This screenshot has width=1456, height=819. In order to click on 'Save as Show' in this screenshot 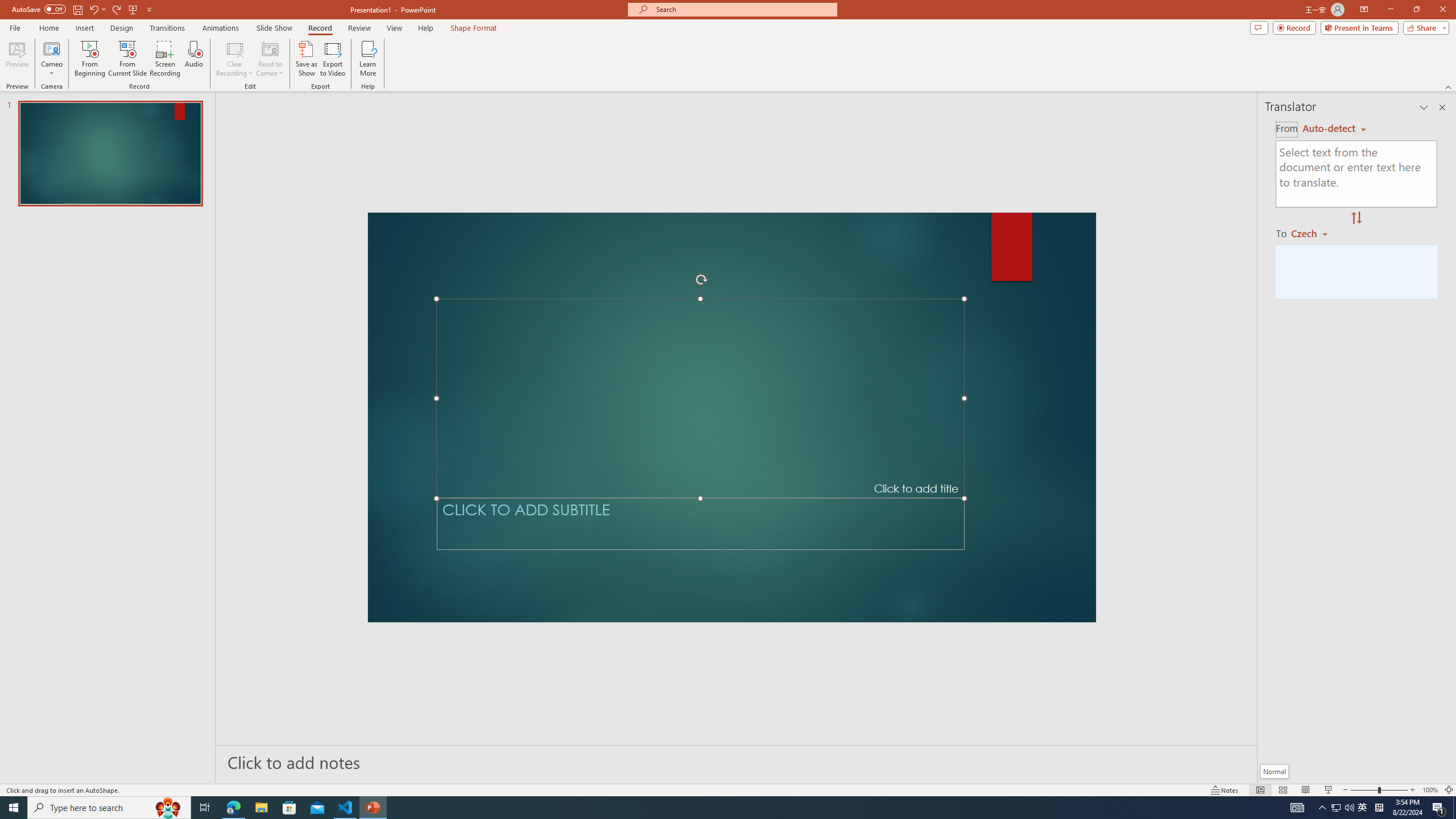, I will do `click(306, 59)`.